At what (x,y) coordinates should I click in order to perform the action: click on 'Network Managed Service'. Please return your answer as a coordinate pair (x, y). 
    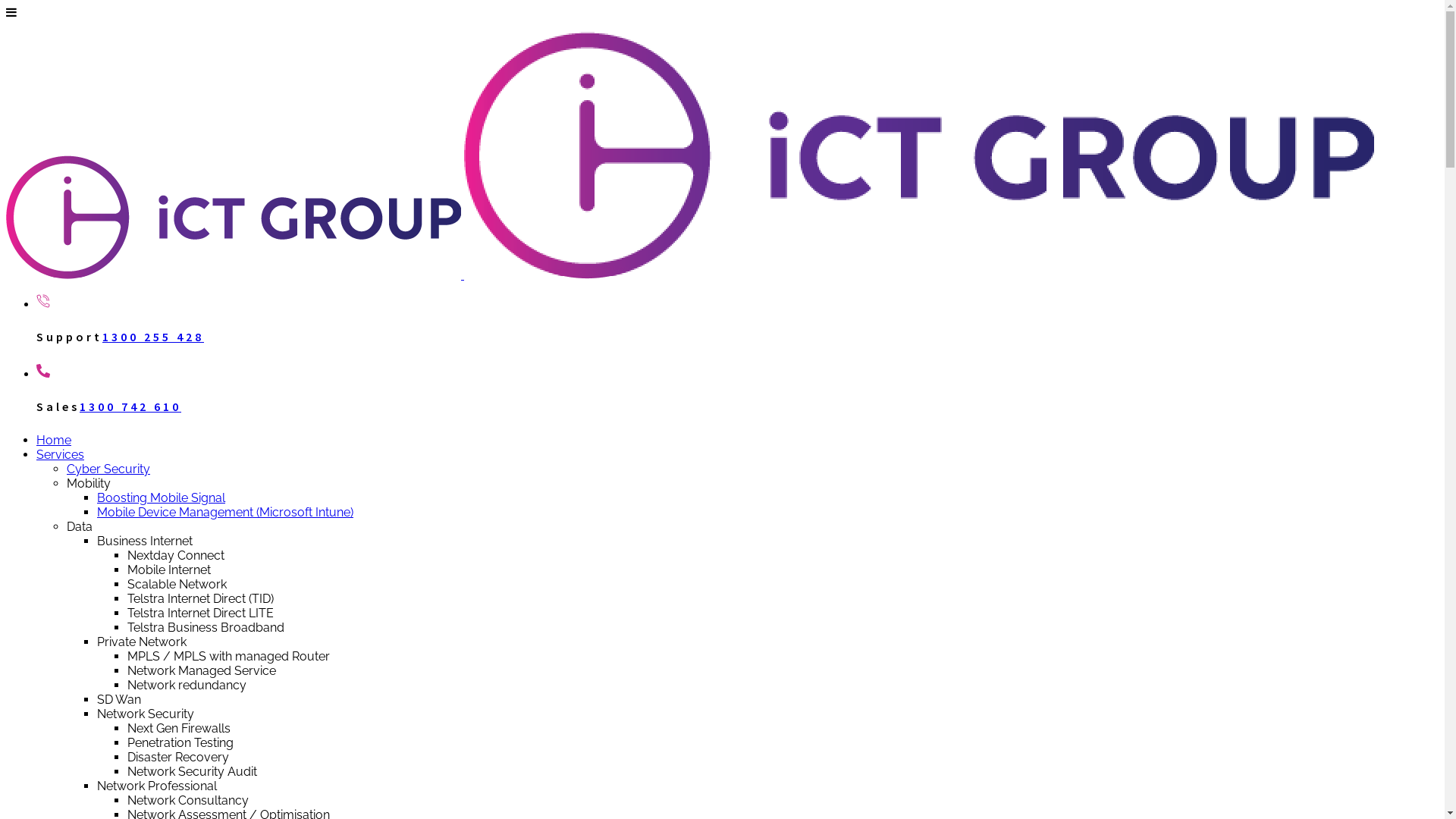
    Looking at the image, I should click on (200, 670).